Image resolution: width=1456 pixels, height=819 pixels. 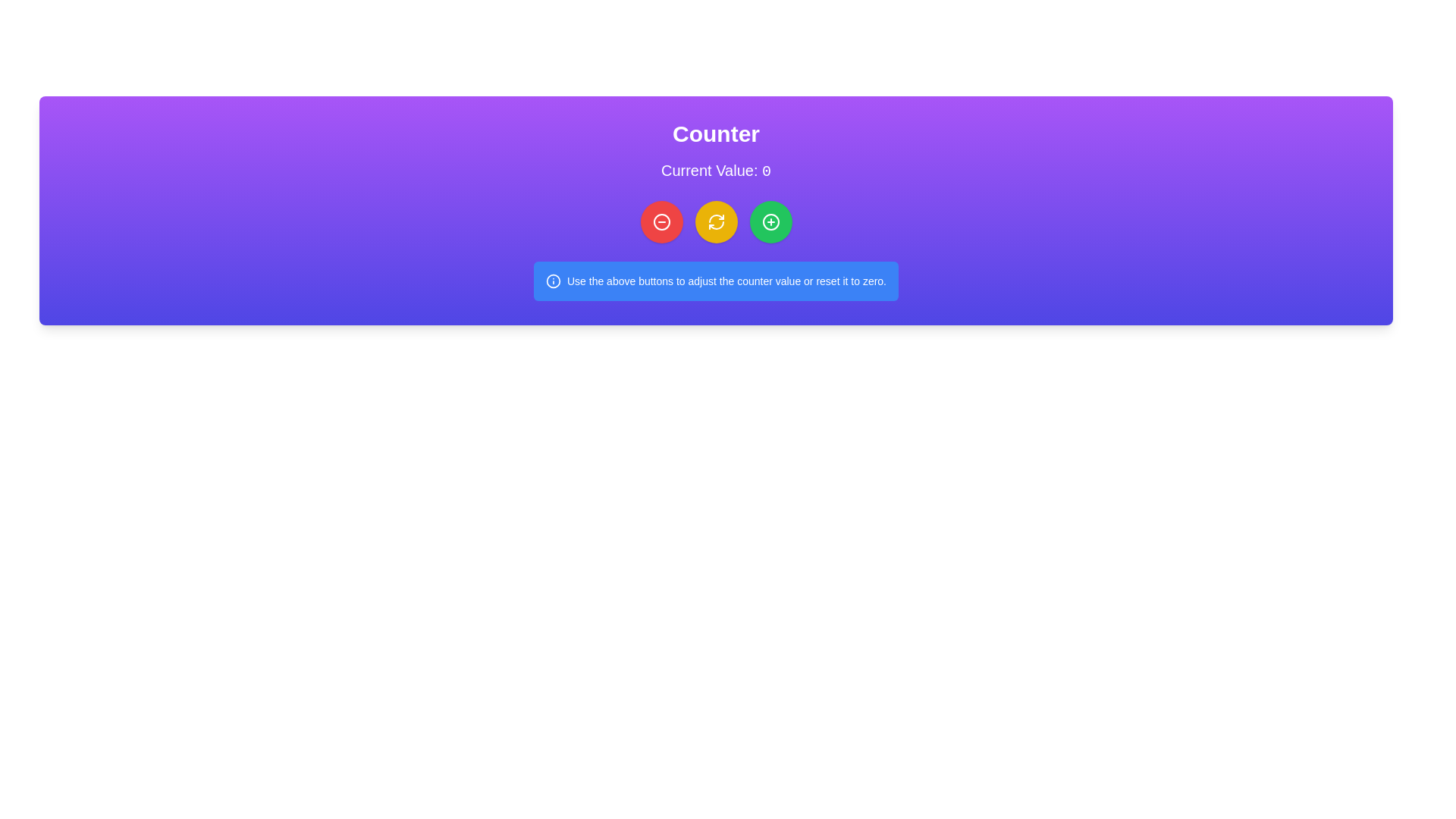 What do you see at coordinates (552, 281) in the screenshot?
I see `the graphical indicator icon located centrally in the interface, below the colored buttons and inside the informational note box` at bounding box center [552, 281].